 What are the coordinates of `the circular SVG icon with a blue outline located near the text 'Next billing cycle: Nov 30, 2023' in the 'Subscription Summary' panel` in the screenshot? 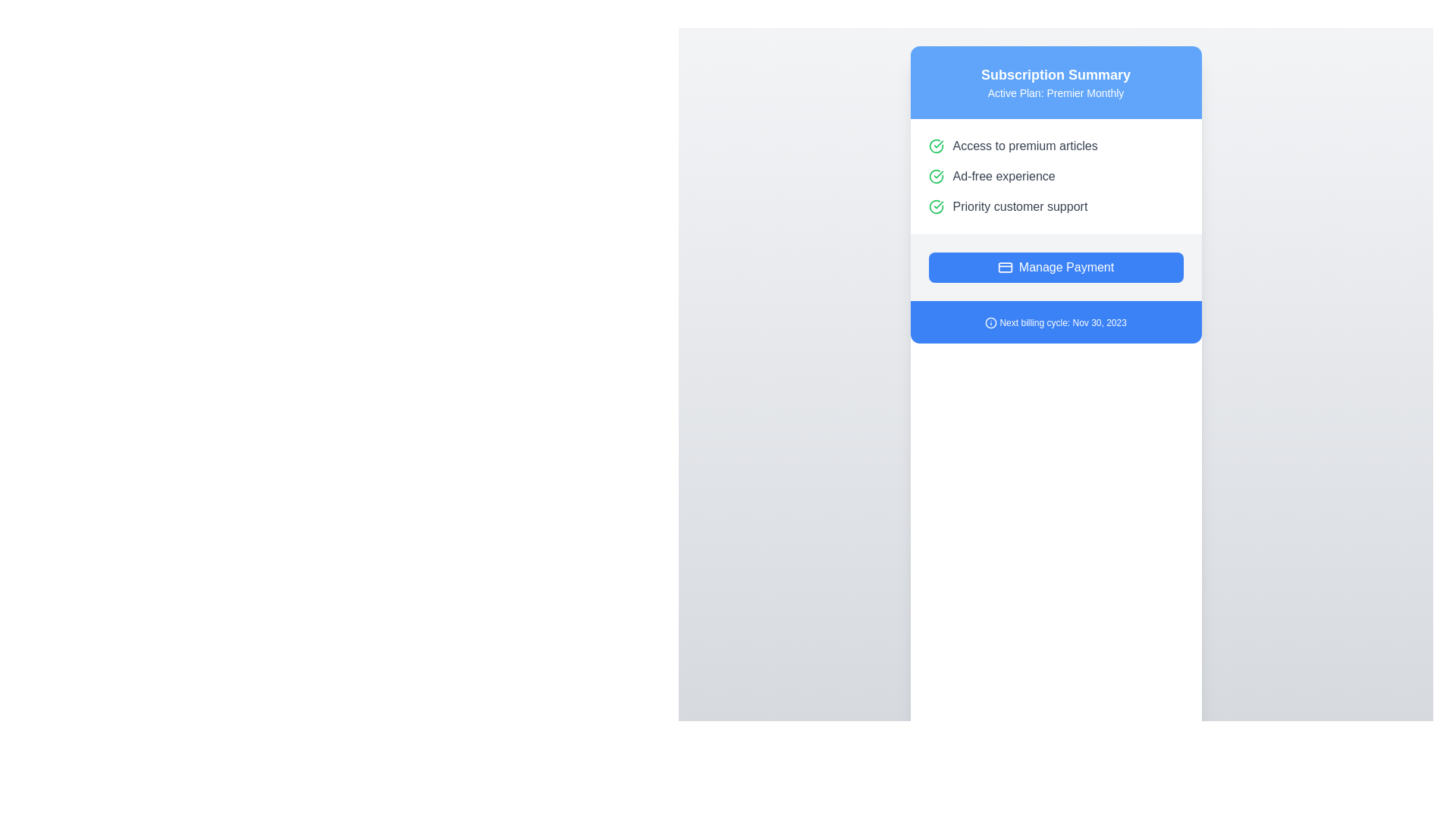 It's located at (991, 322).